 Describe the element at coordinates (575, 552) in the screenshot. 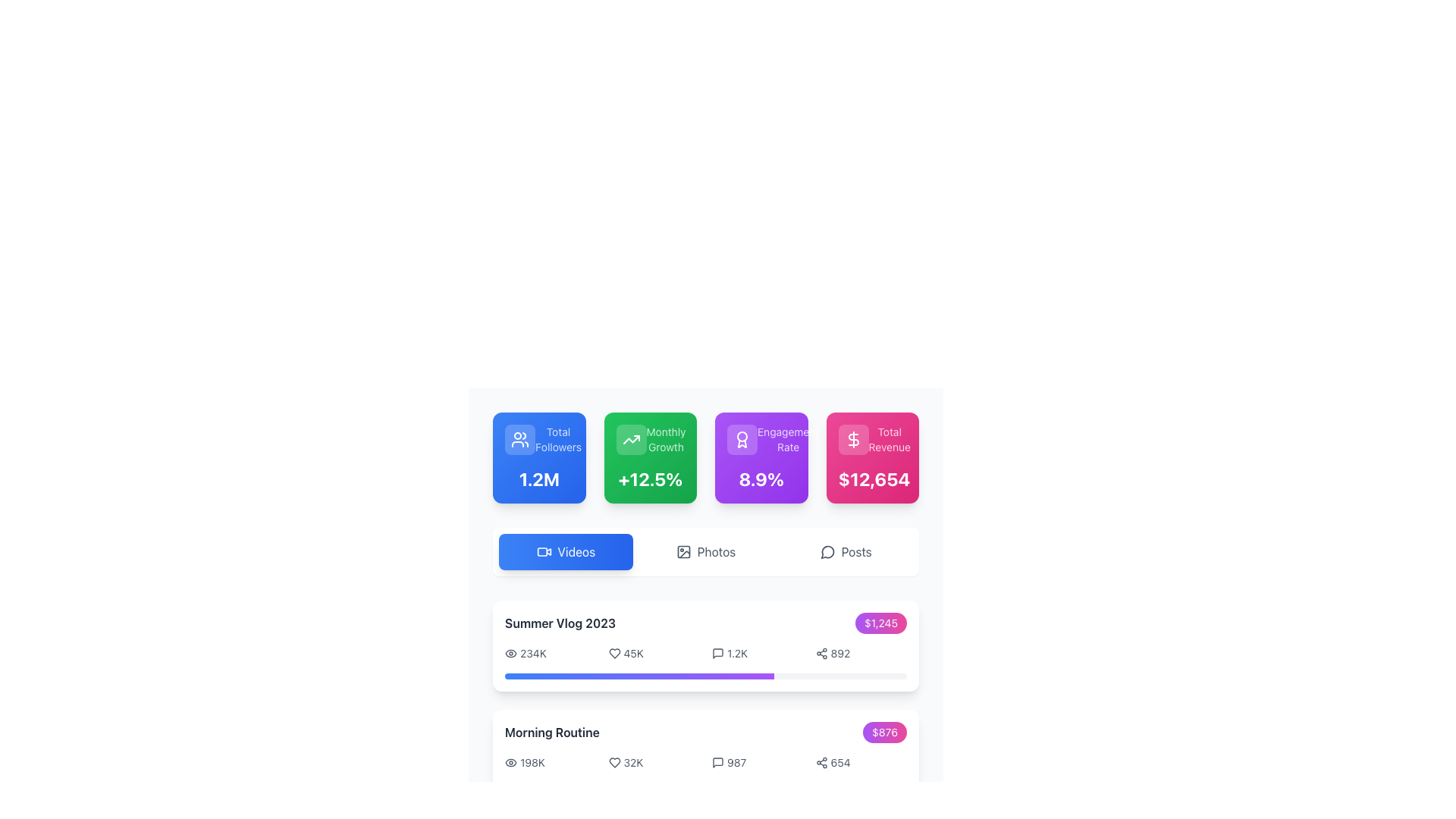

I see `the 'Videos' text label located in the center-right portion of a blue gradient button with a video camera icon on the left to interact with the button` at that location.